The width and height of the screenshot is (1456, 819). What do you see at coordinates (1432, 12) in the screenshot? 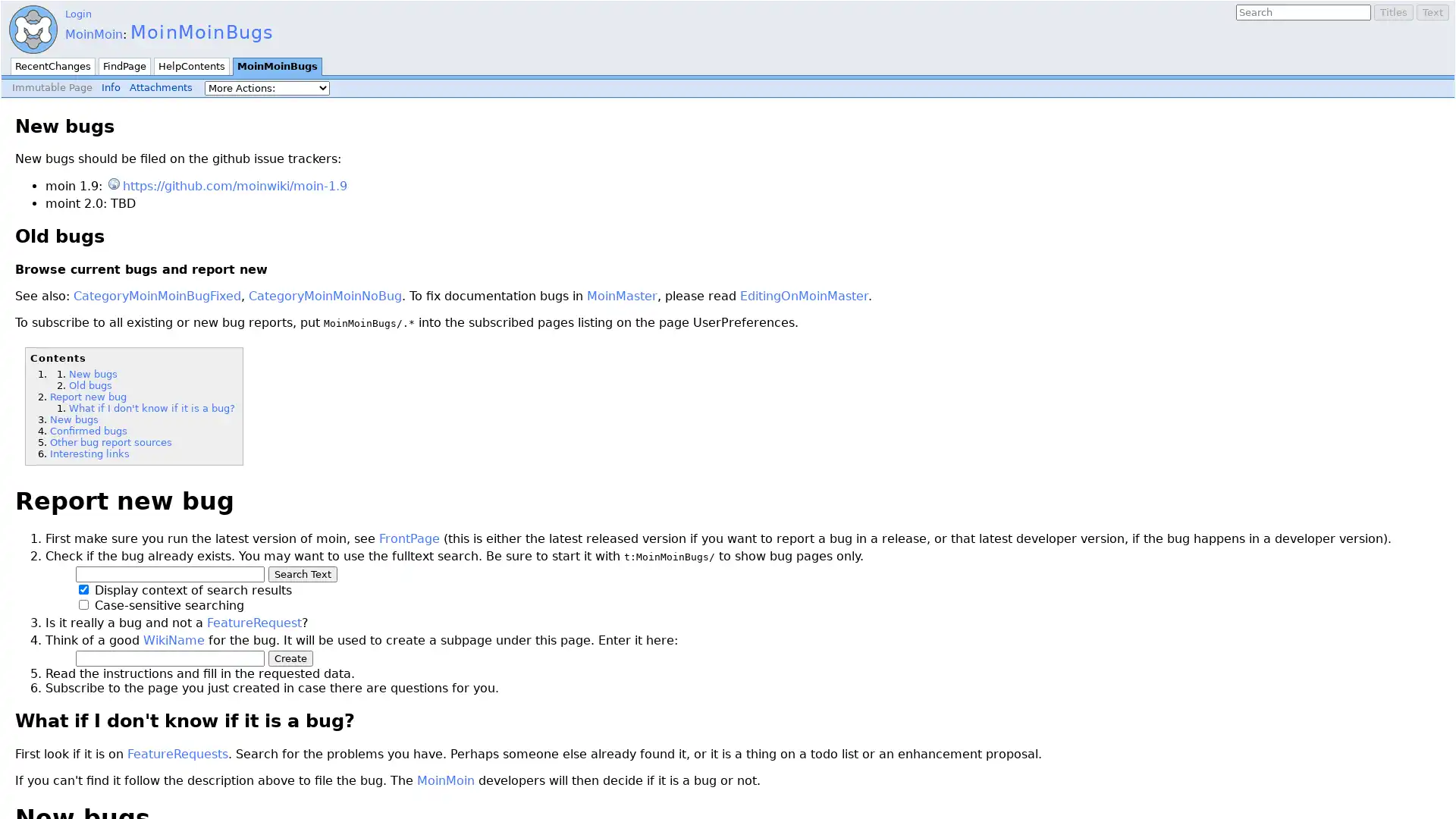
I see `Text` at bounding box center [1432, 12].